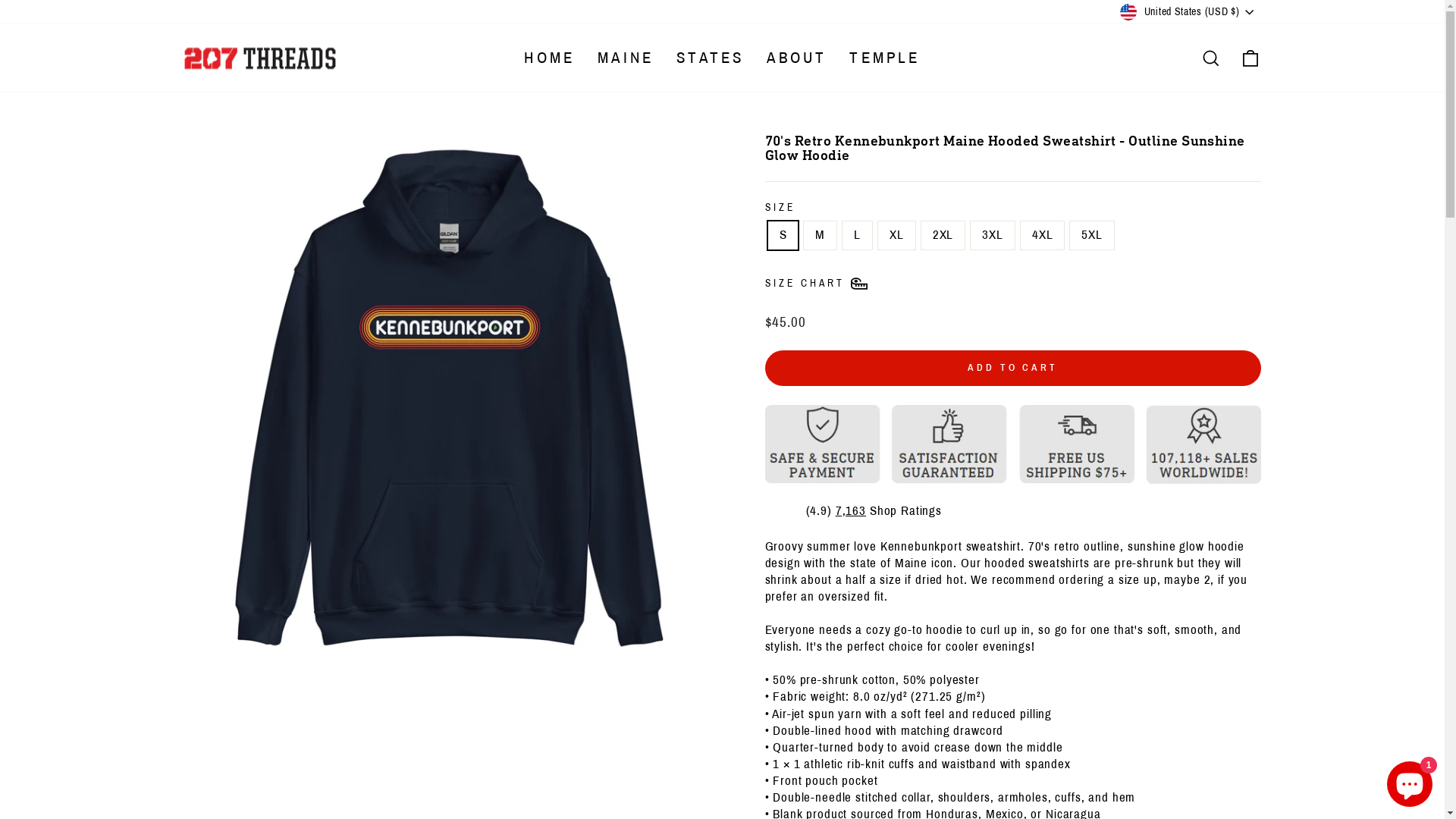 The width and height of the screenshot is (1456, 819). Describe the element at coordinates (548, 58) in the screenshot. I see `'HOME'` at that location.